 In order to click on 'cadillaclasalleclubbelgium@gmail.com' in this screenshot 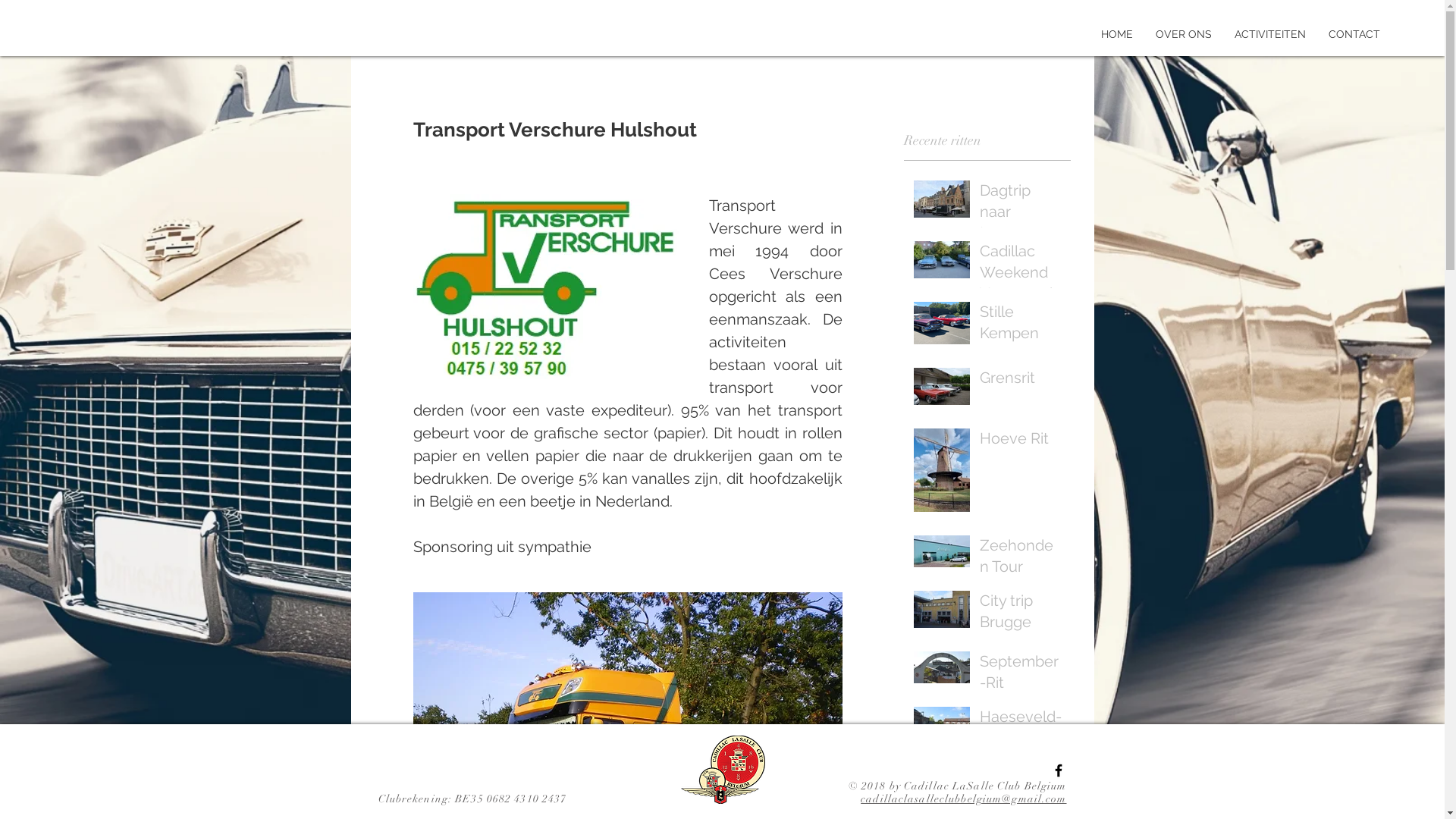, I will do `click(962, 798)`.